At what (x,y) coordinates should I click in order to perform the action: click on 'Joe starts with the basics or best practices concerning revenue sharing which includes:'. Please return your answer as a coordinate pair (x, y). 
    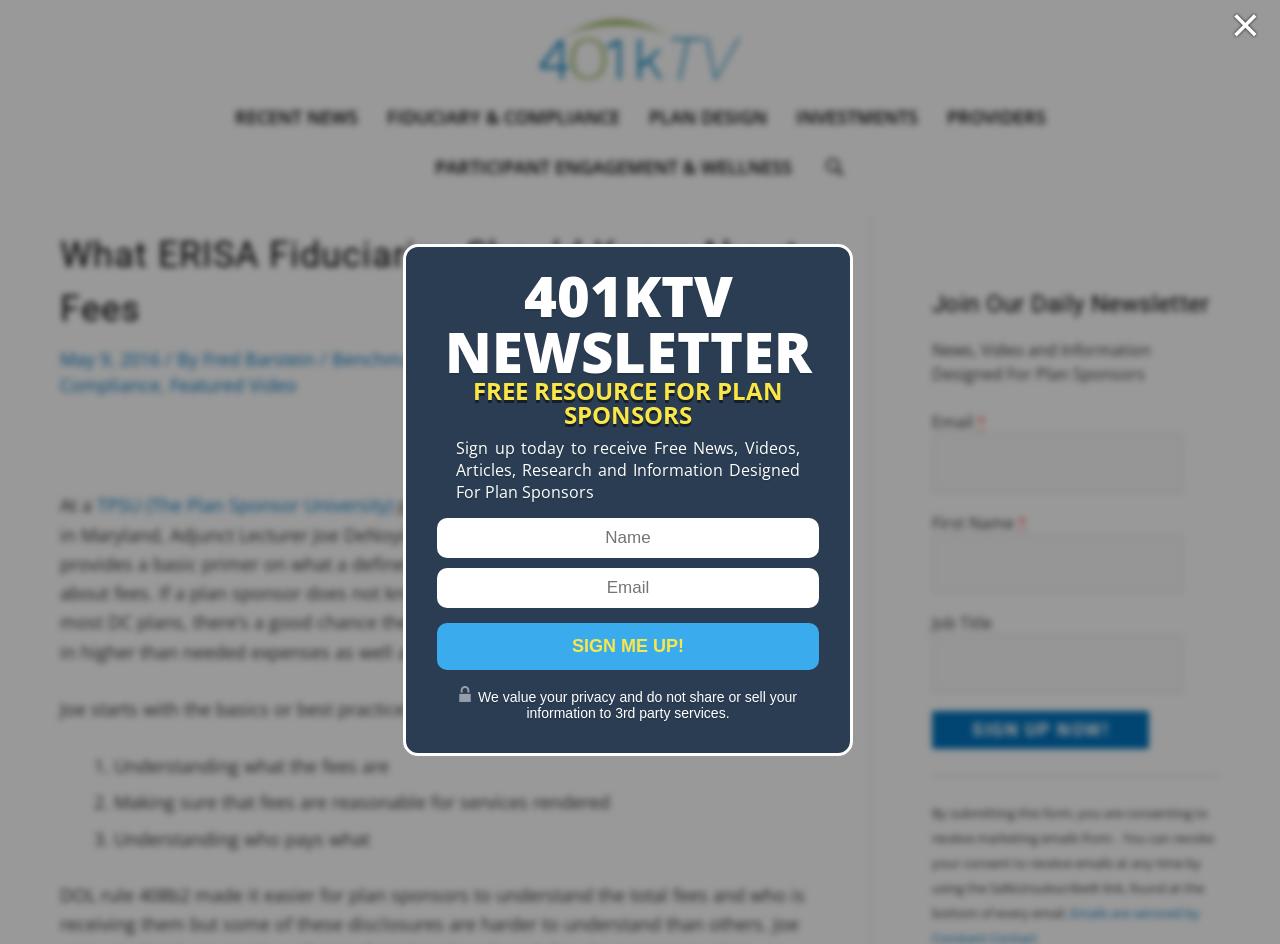
    Looking at the image, I should click on (423, 708).